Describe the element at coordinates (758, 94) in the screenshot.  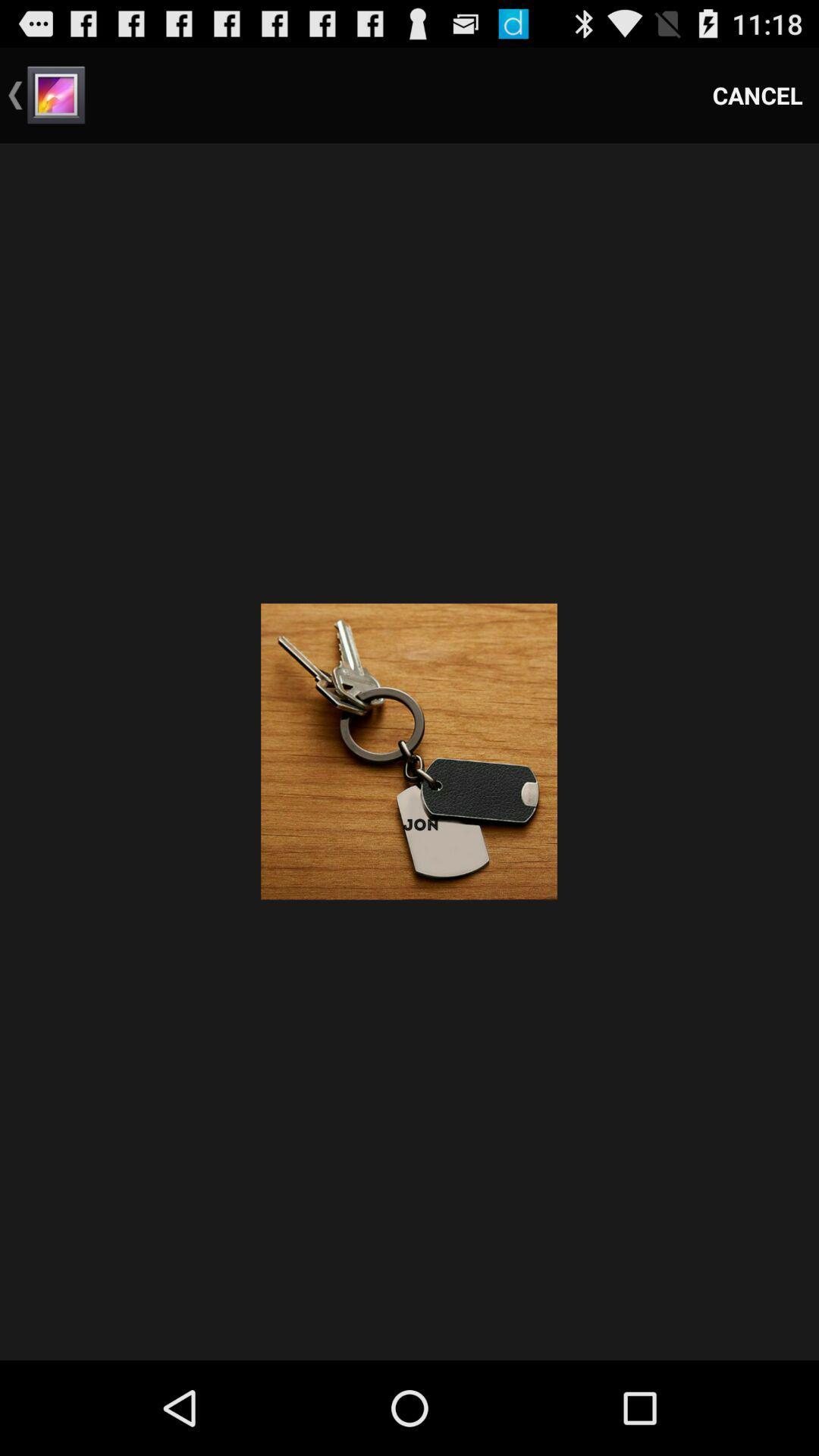
I see `cancel icon` at that location.